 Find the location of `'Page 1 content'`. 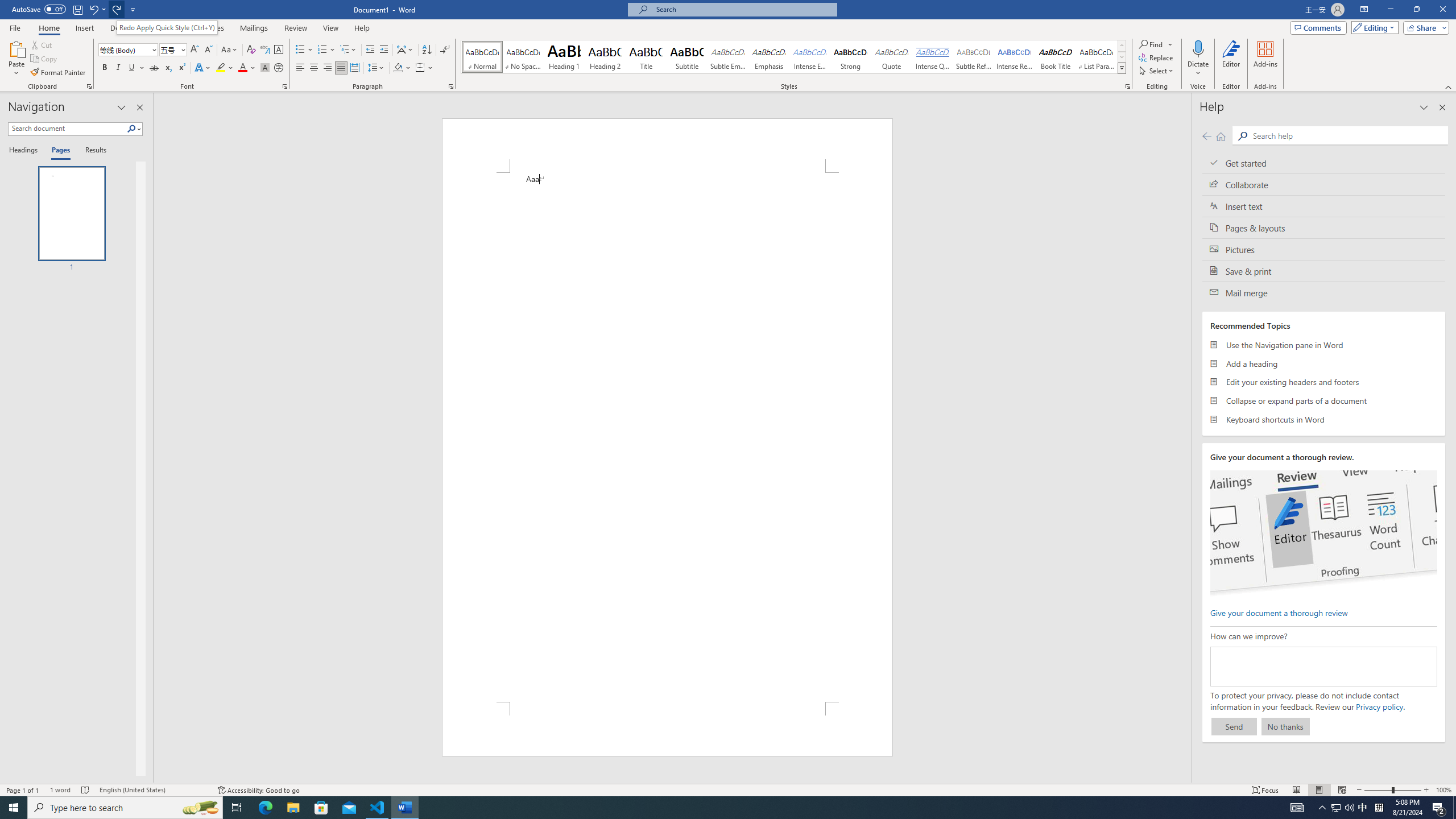

'Page 1 content' is located at coordinates (667, 436).